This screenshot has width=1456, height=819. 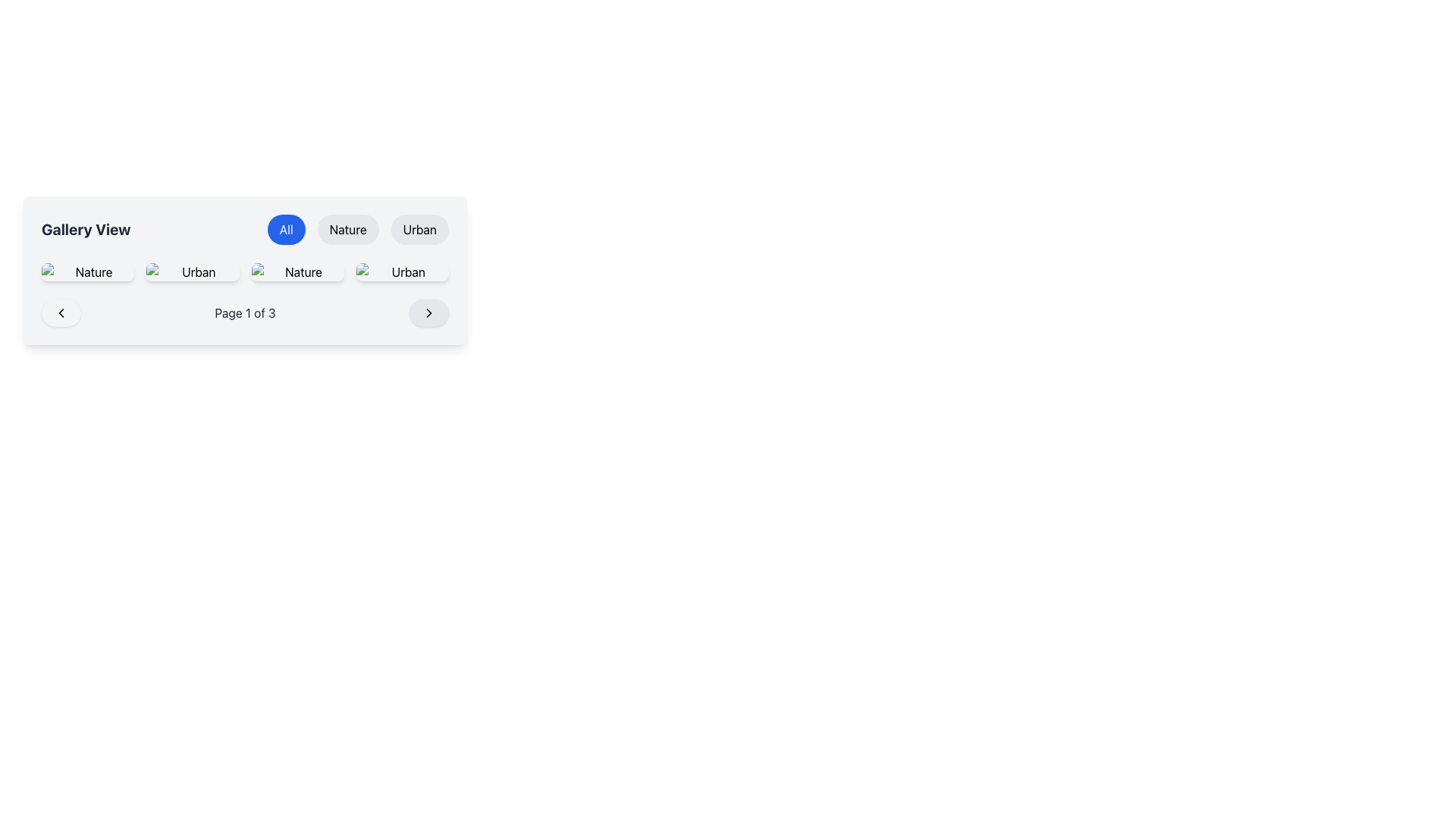 What do you see at coordinates (61, 312) in the screenshot?
I see `the left-facing chevron icon within the circular button` at bounding box center [61, 312].